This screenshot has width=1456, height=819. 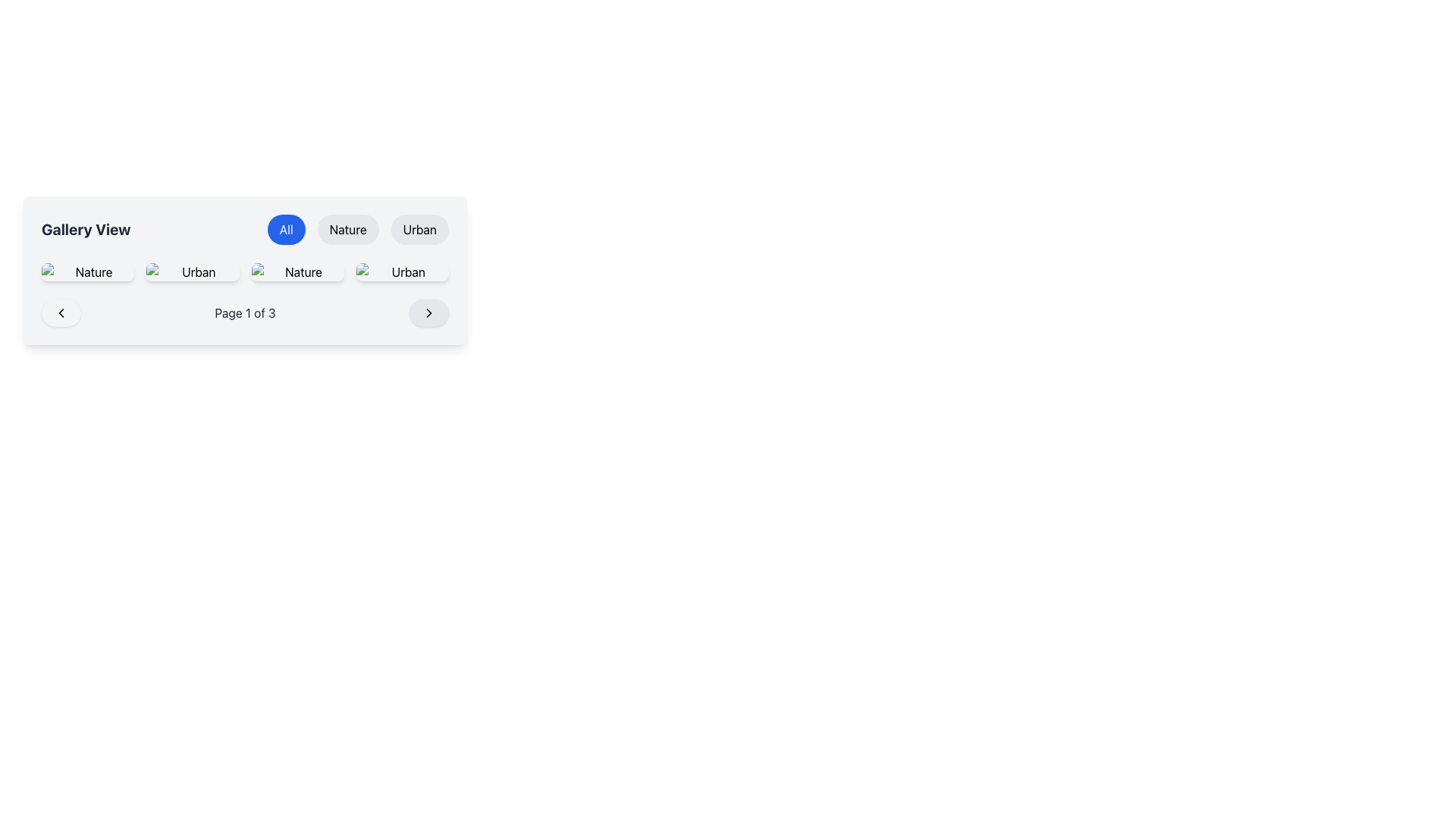 What do you see at coordinates (61, 312) in the screenshot?
I see `the left-facing chevron icon within the circular button` at bounding box center [61, 312].